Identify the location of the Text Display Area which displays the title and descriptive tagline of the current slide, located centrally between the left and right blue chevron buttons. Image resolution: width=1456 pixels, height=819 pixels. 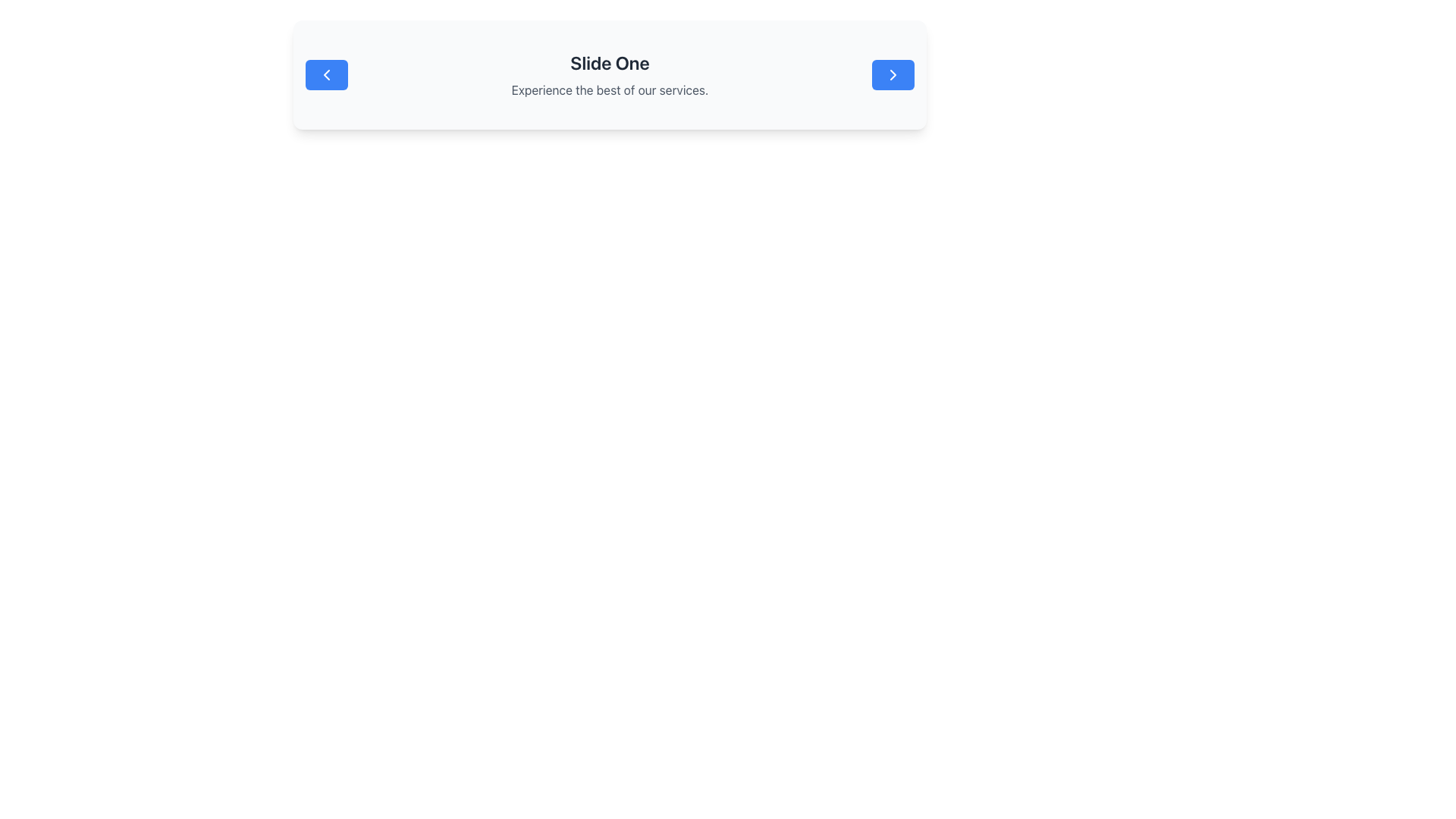
(610, 75).